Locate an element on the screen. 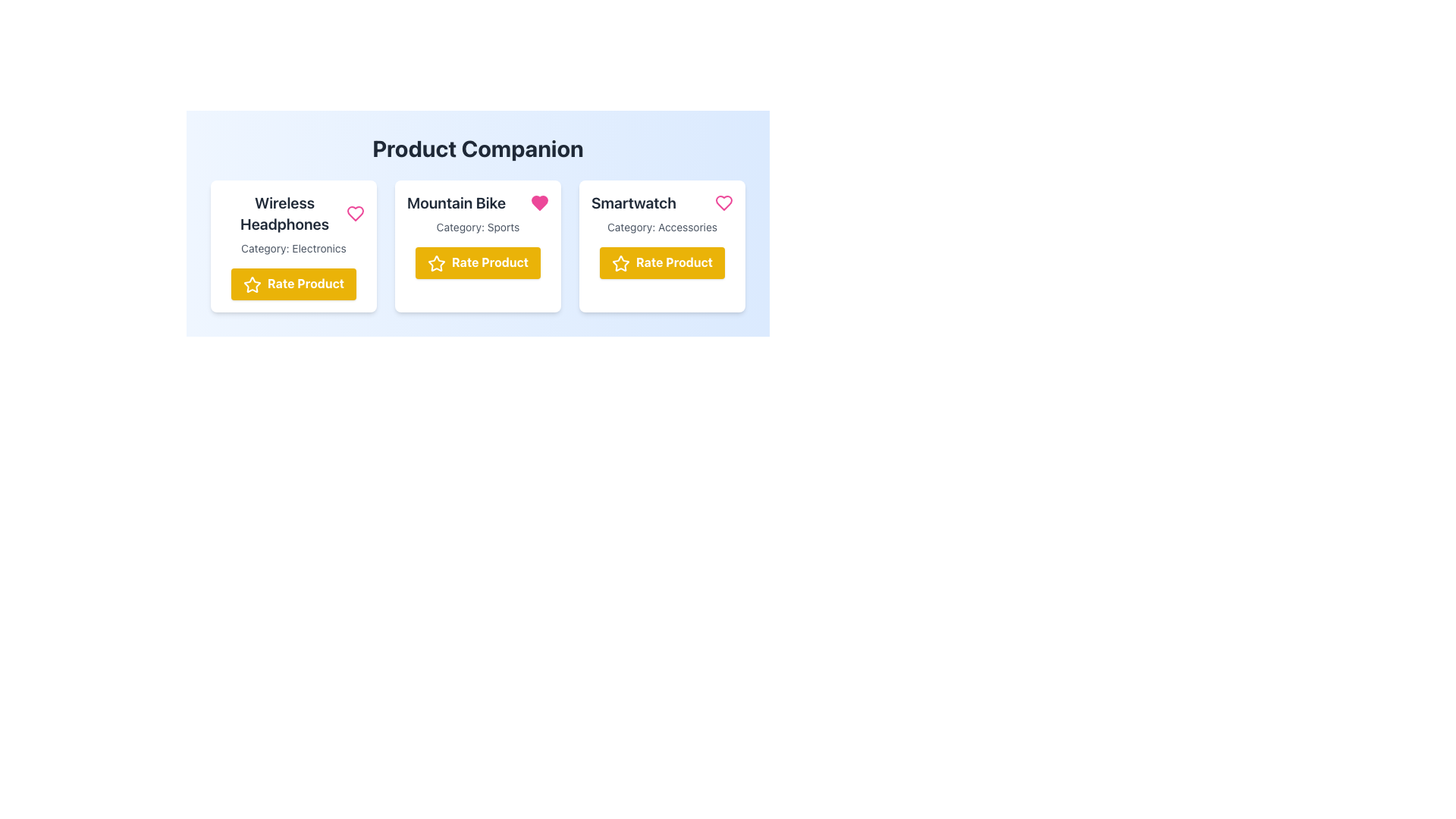  the star icon outlined in yellow, which is part of the 'Rate Product' button located in the second card under 'Product Companion.' is located at coordinates (252, 284).